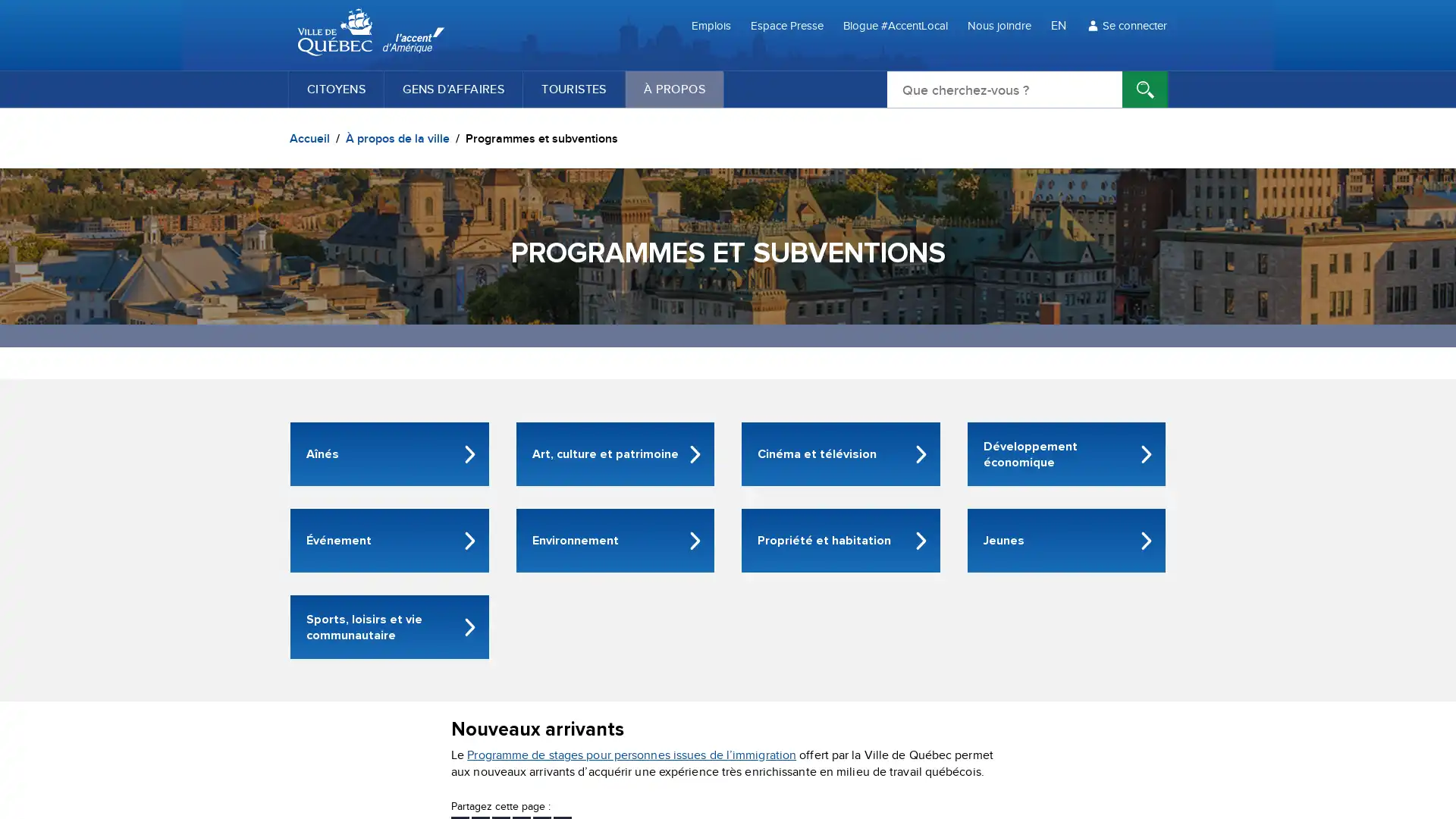  I want to click on Rechercher, so click(1145, 89).